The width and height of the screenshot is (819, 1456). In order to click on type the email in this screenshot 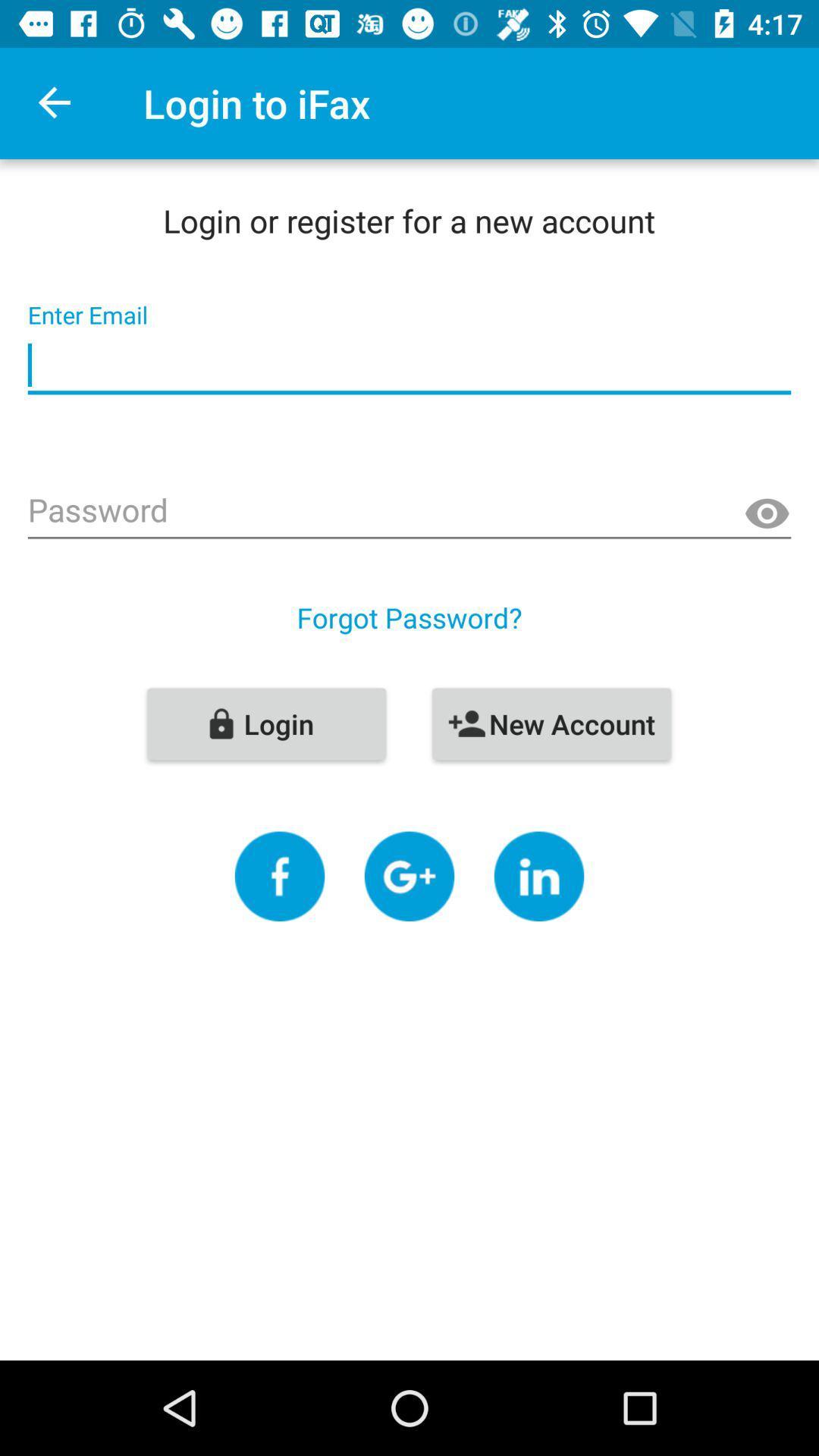, I will do `click(409, 366)`.